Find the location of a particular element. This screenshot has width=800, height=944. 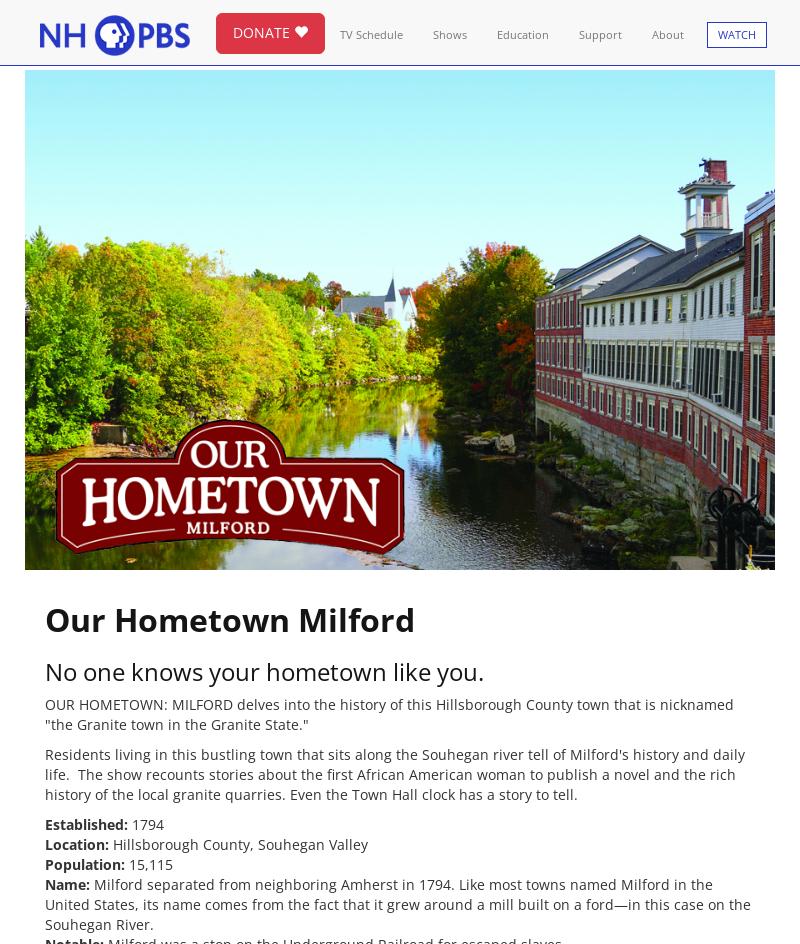

'Population:' is located at coordinates (84, 863).